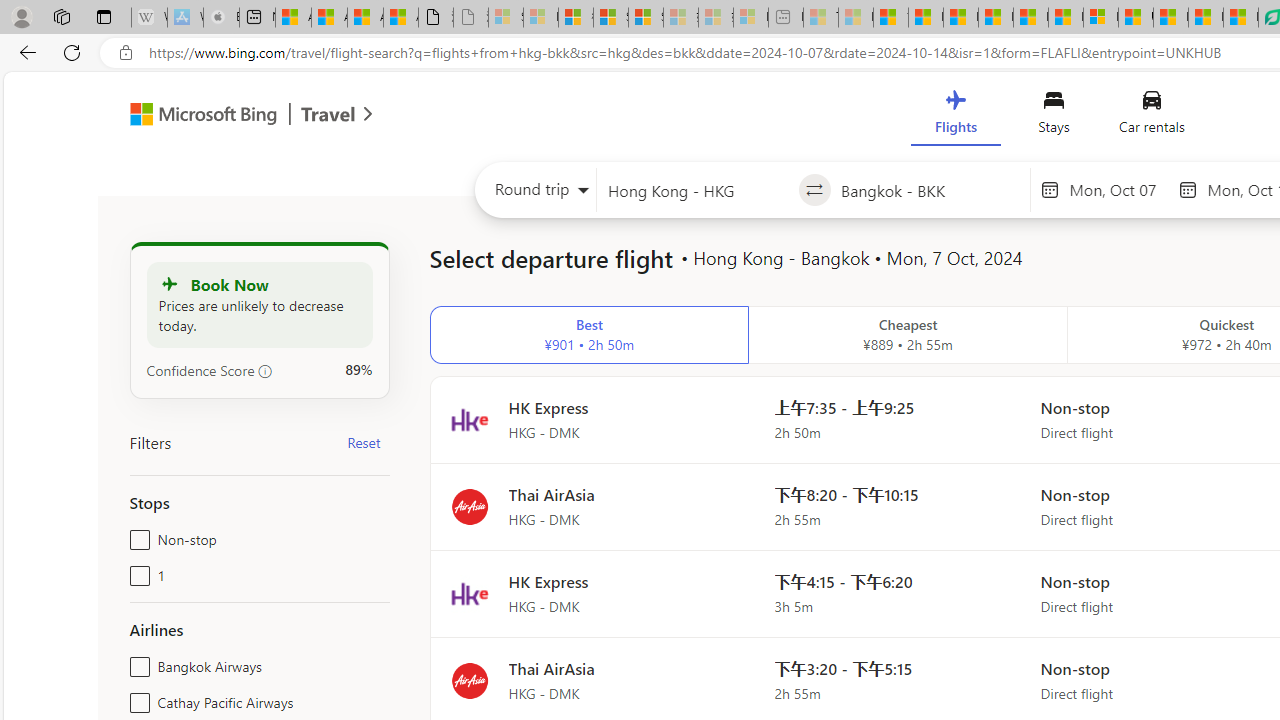 The width and height of the screenshot is (1280, 720). Describe the element at coordinates (199, 114) in the screenshot. I see `'Class: msft-bing-logo msft-bing-logo-desktop'` at that location.